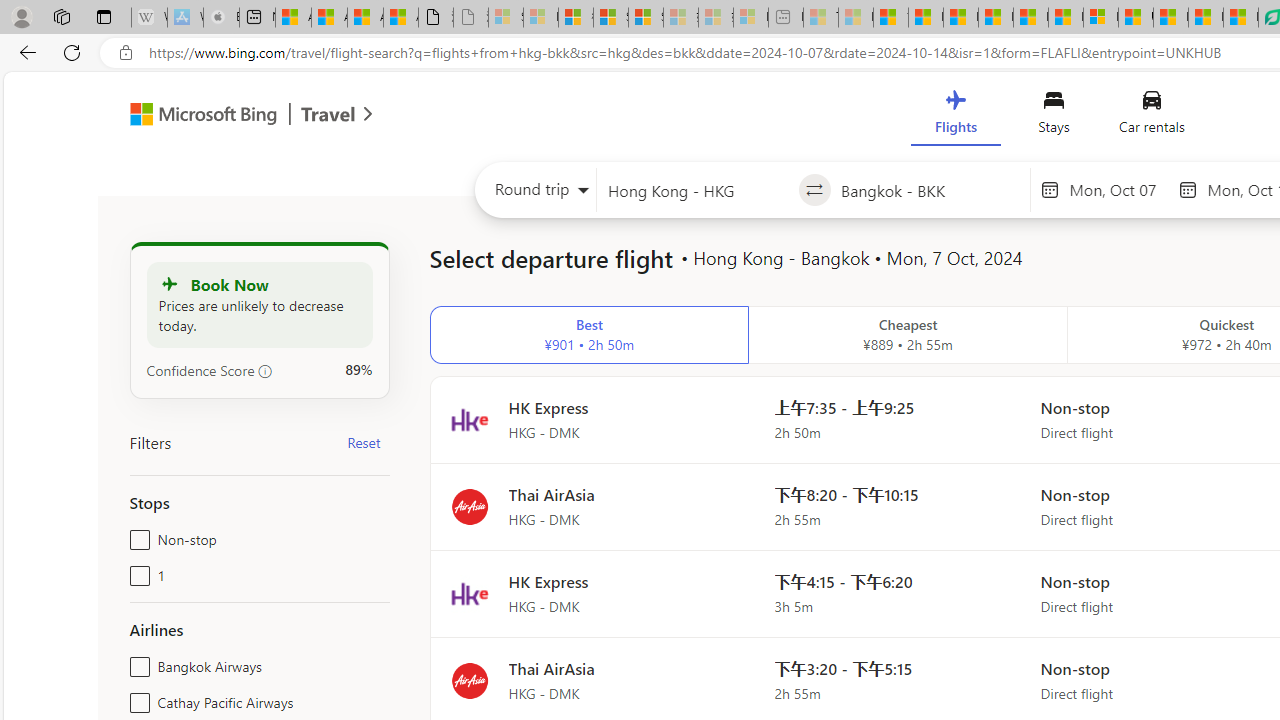 The width and height of the screenshot is (1280, 720). Describe the element at coordinates (199, 114) in the screenshot. I see `'Class: msft-bing-logo msft-bing-logo-desktop'` at that location.